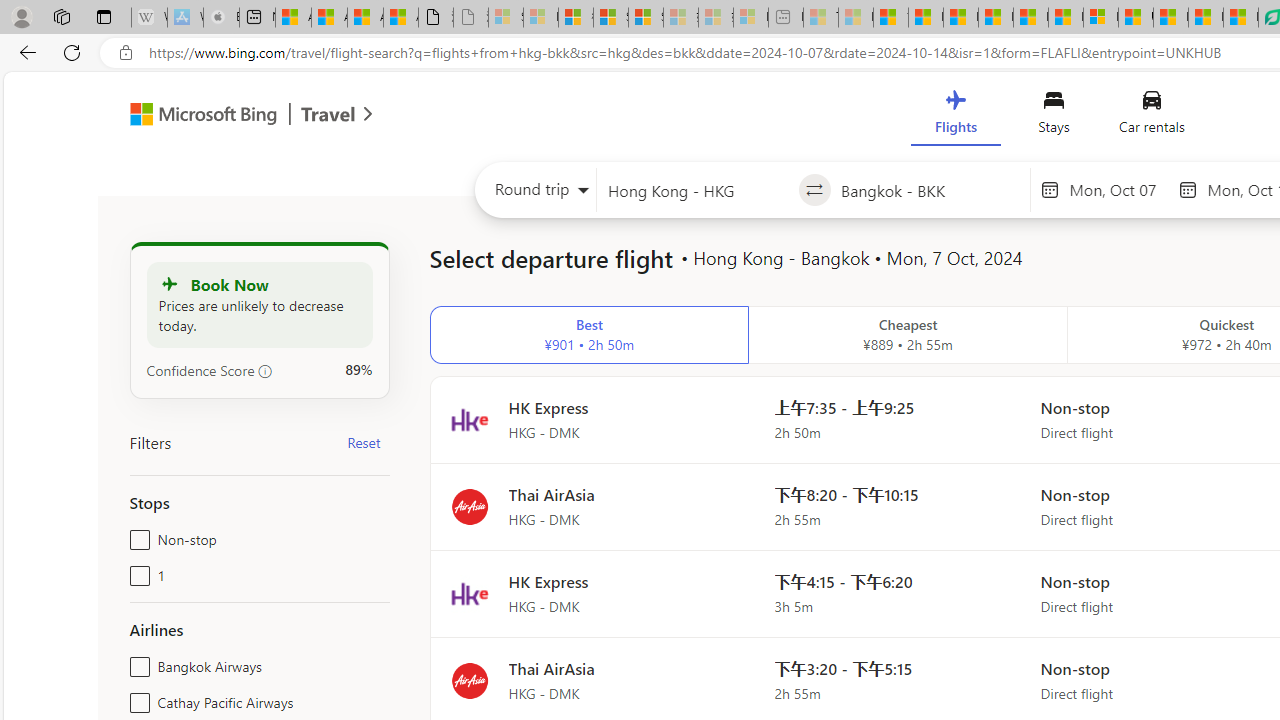 The width and height of the screenshot is (1280, 720). Describe the element at coordinates (199, 114) in the screenshot. I see `'Class: msft-bing-logo msft-bing-logo-desktop'` at that location.